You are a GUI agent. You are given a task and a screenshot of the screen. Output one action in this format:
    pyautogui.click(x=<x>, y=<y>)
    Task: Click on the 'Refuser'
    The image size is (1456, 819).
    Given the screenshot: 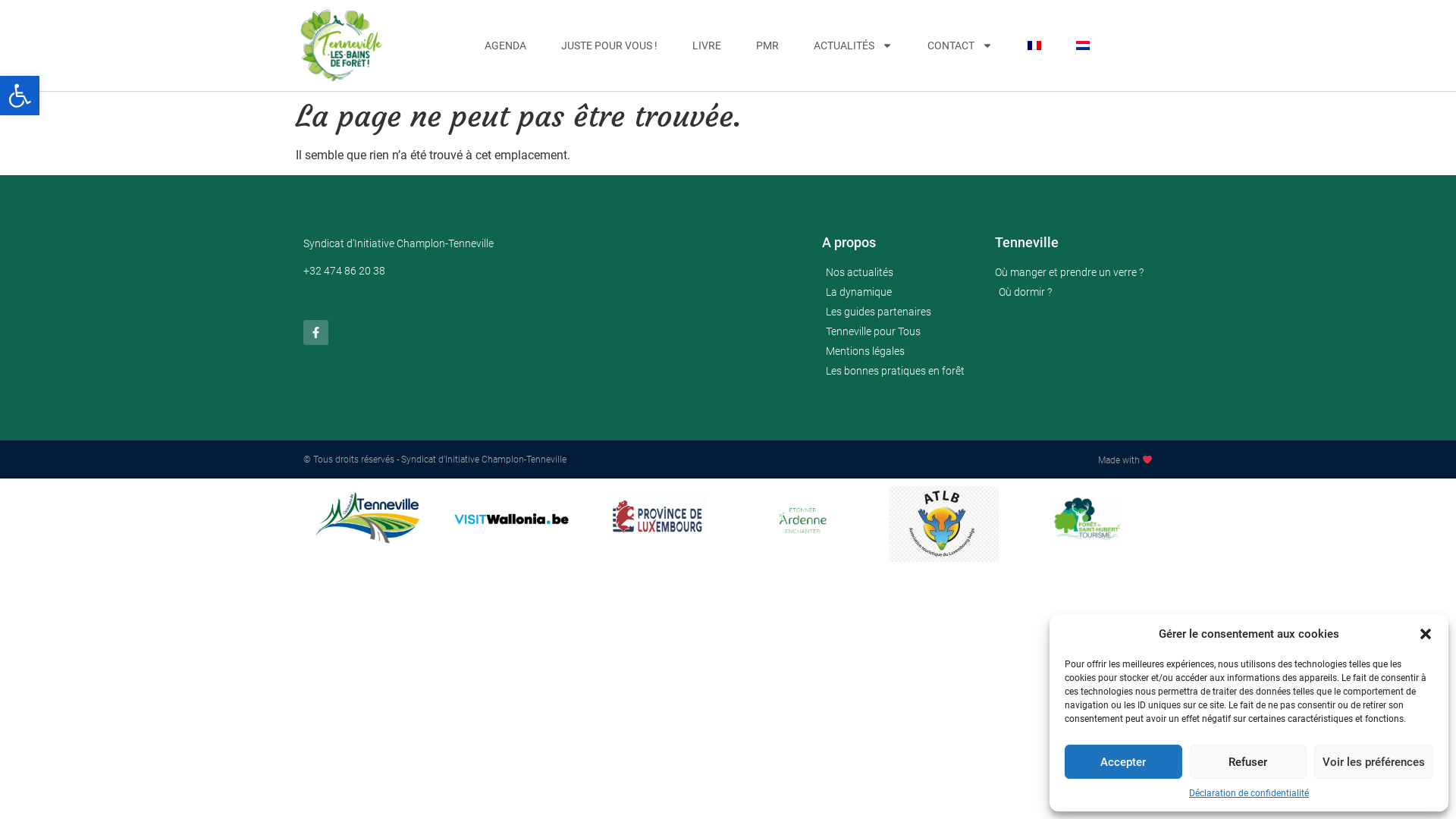 What is the action you would take?
    pyautogui.click(x=1188, y=761)
    